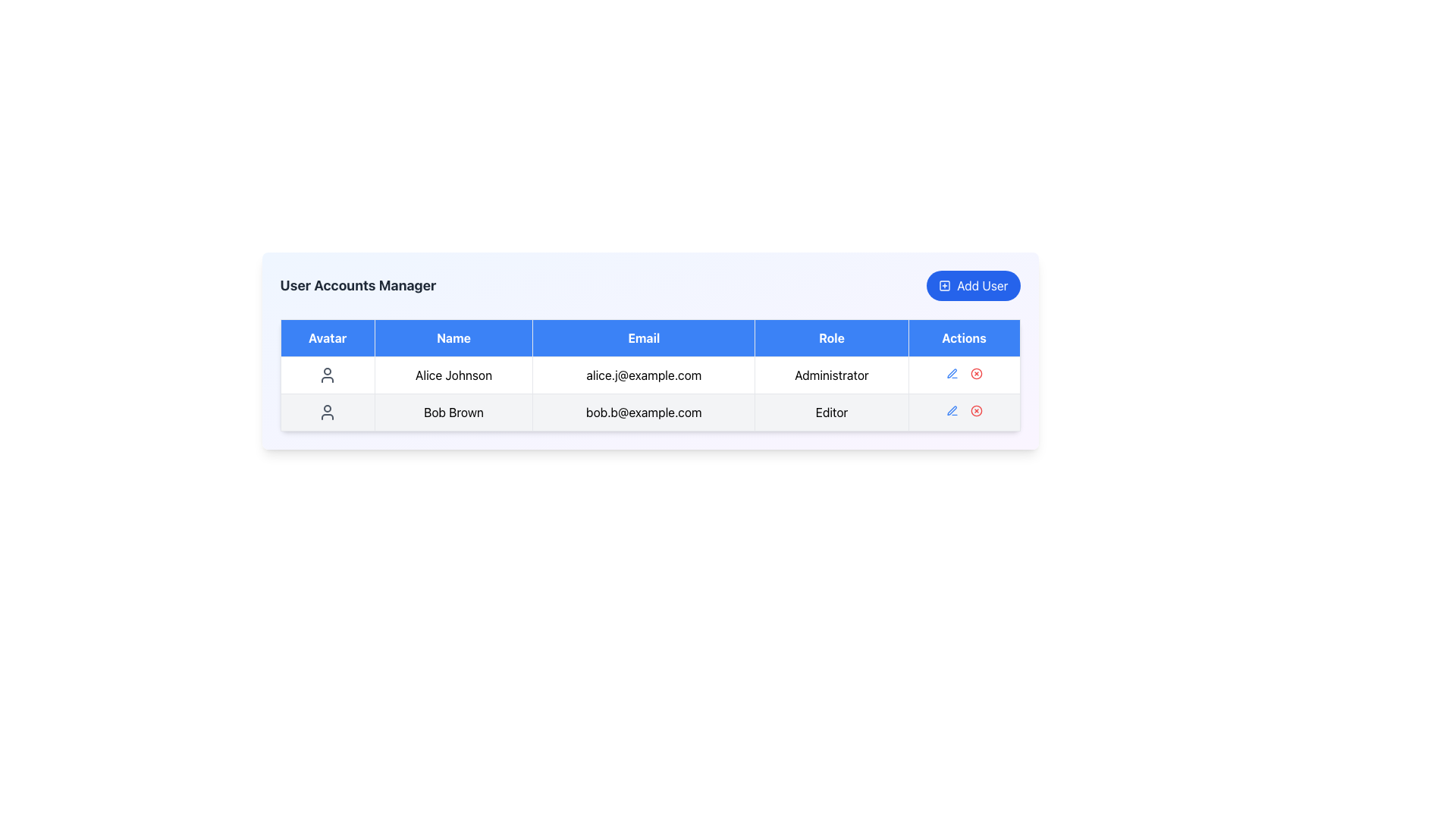 The image size is (1456, 819). What do you see at coordinates (973, 286) in the screenshot?
I see `the button used to add a new user entry in the 'User Accounts Manager' section for accessibility interaction` at bounding box center [973, 286].